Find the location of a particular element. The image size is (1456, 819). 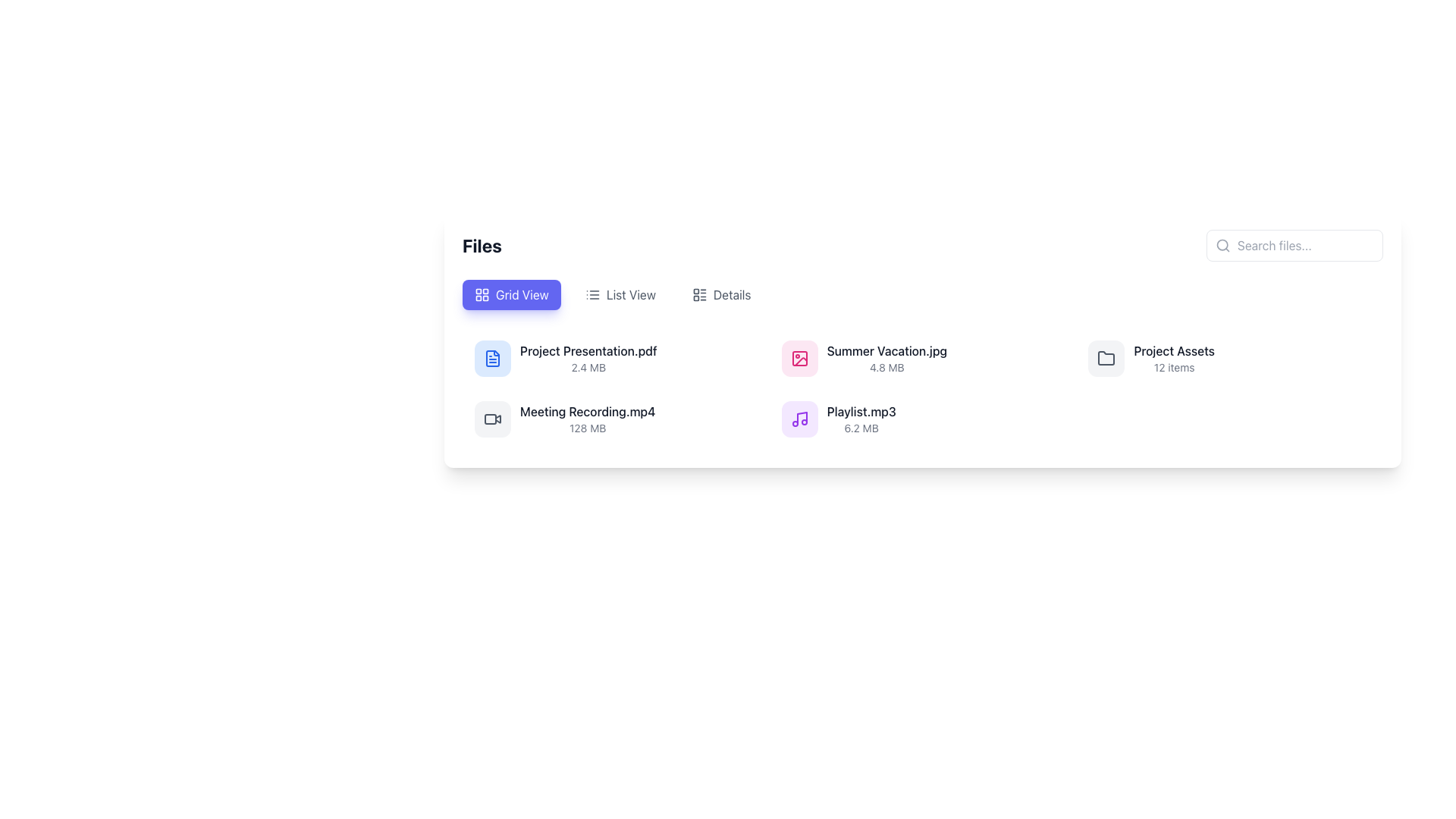

file name 'Playlist.mp3' and its size '6.2 MB' from the text label displayed in bold on a dark gray background, located in the grid layout adjacent to a musical note icon is located at coordinates (861, 419).